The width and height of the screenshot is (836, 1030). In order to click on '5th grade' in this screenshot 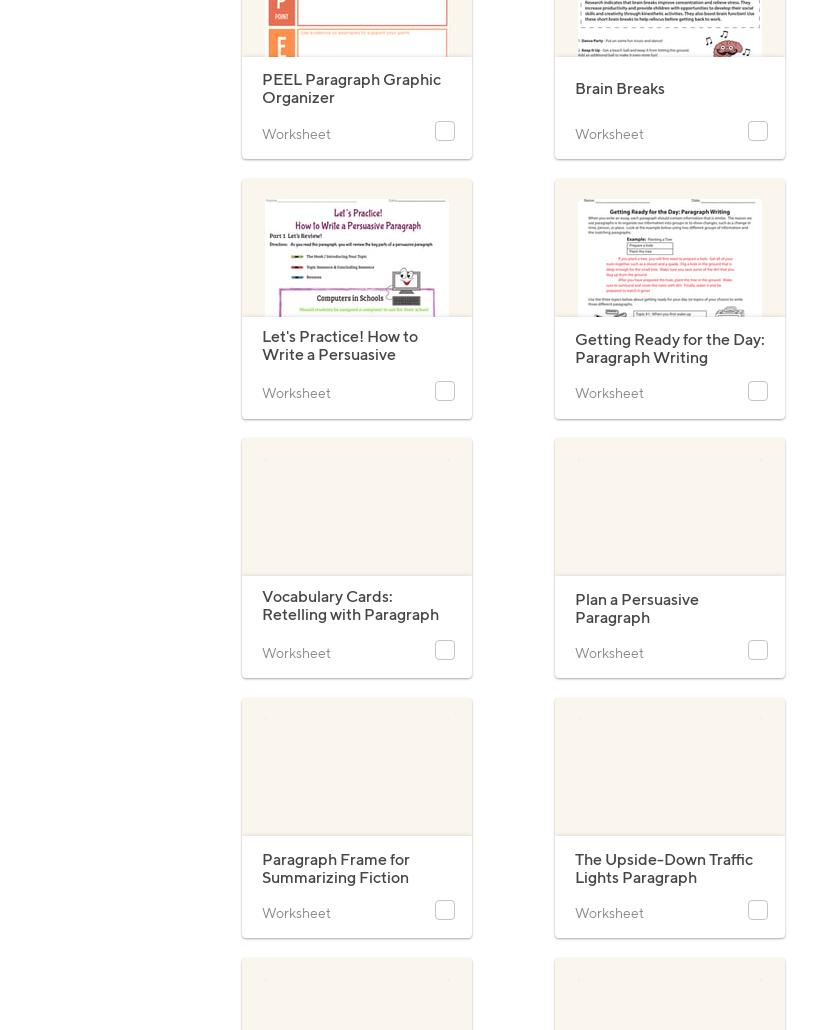, I will do `click(260, 200)`.